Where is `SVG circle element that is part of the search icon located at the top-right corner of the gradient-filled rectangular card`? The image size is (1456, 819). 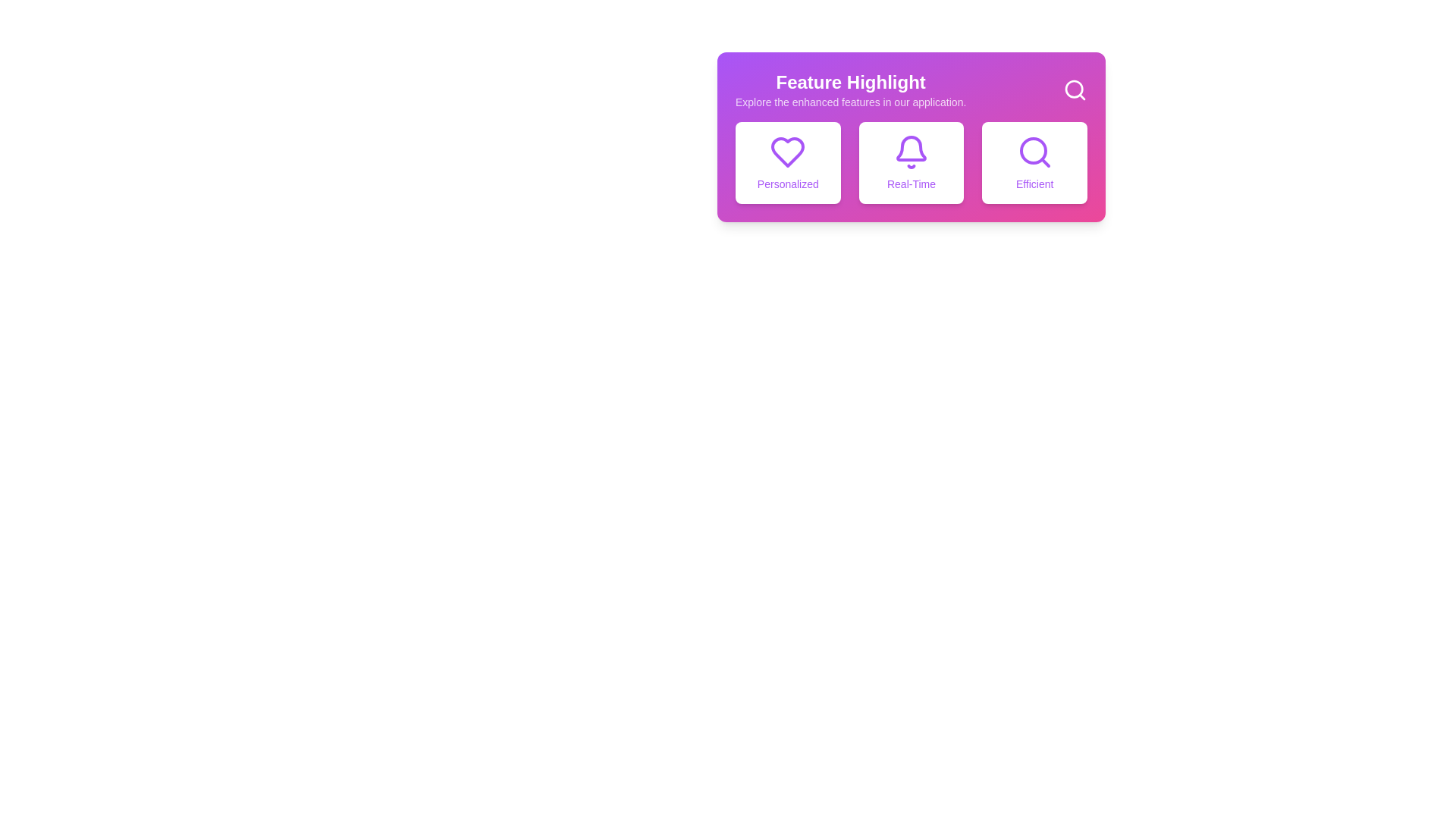 SVG circle element that is part of the search icon located at the top-right corner of the gradient-filled rectangular card is located at coordinates (1073, 89).